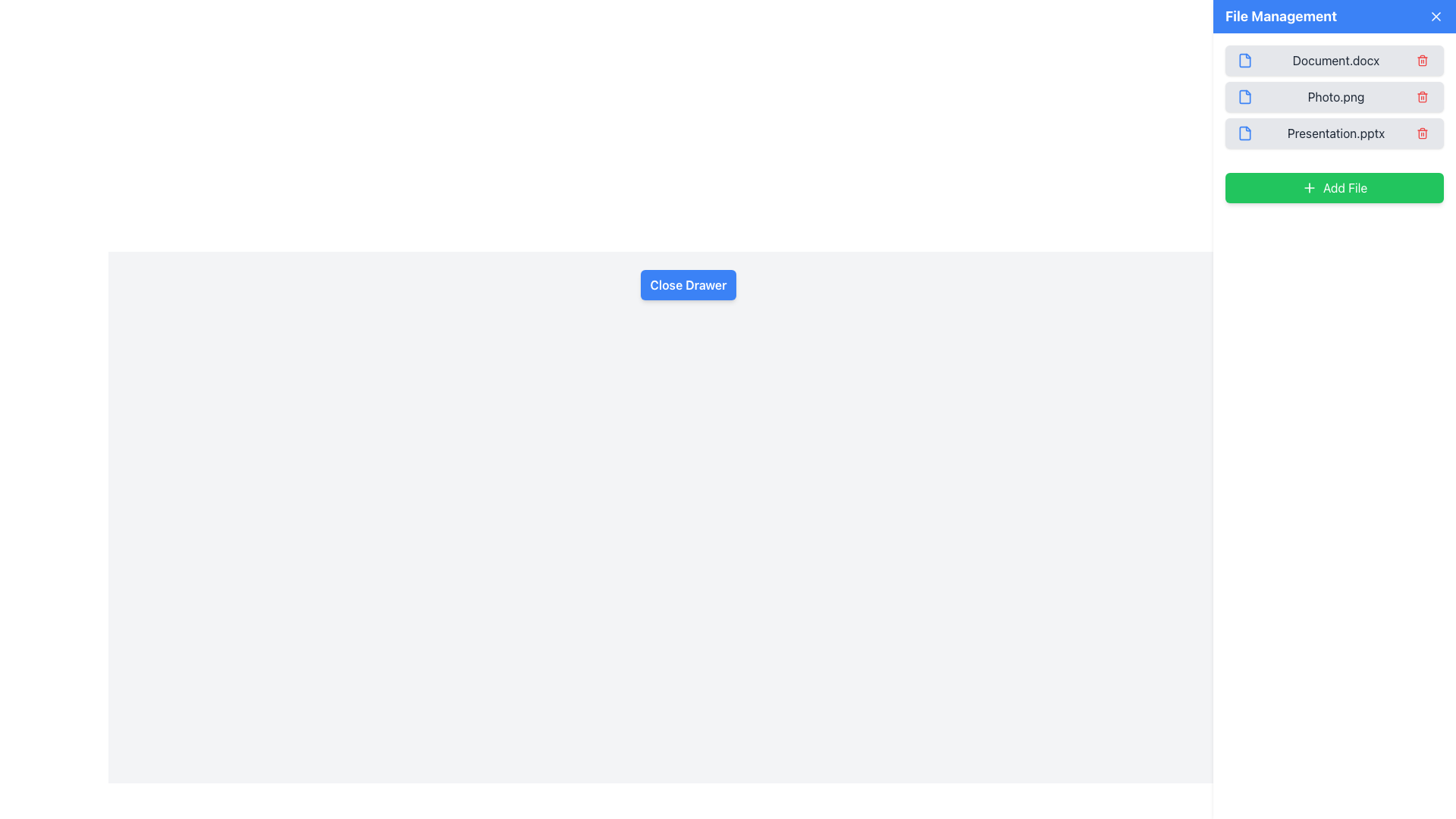  I want to click on the delete button associated with the file entry labeled 'Photo.png' in the 'File Management' panel, so click(1422, 96).